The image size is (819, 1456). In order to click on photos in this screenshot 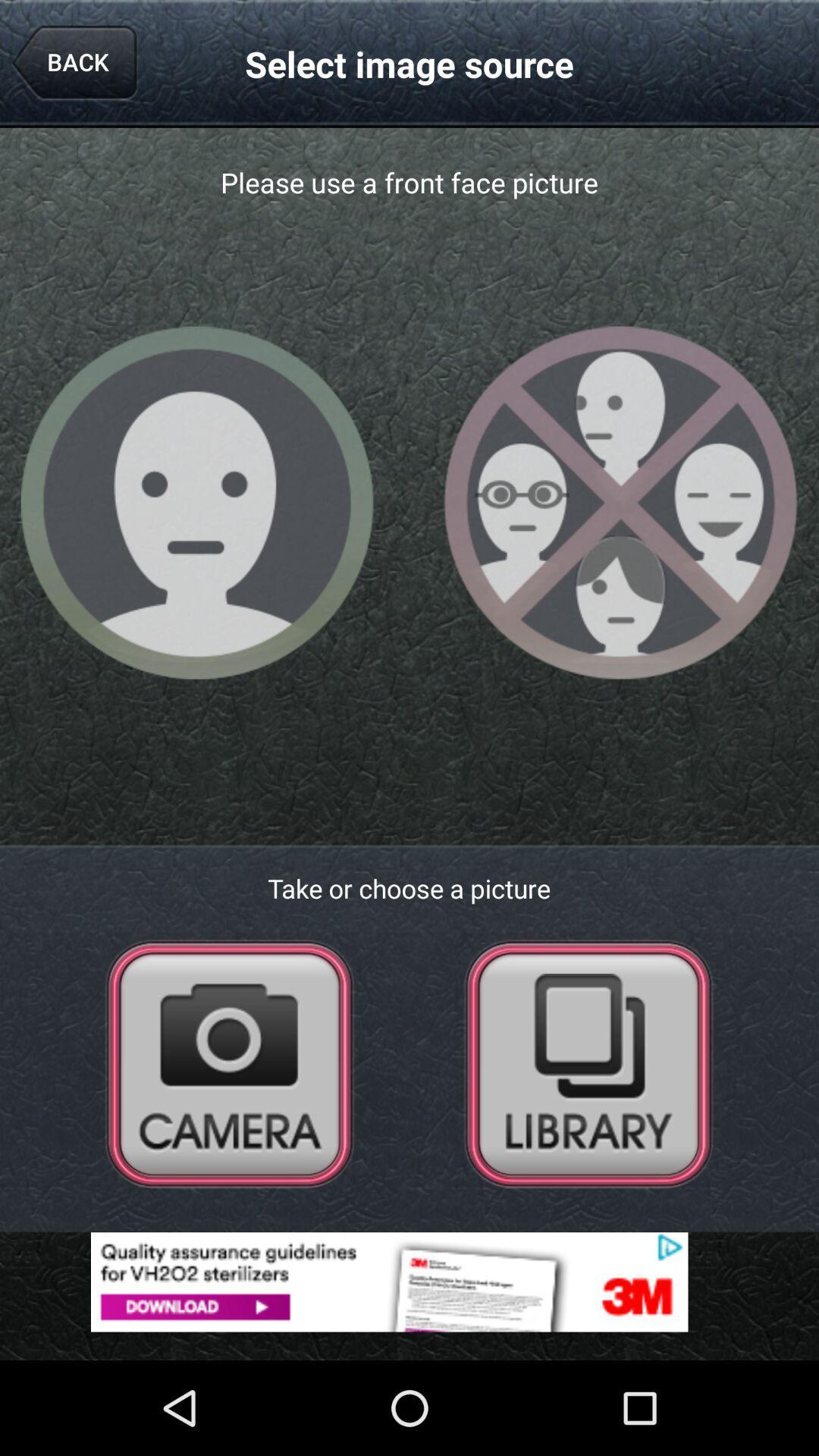, I will do `click(588, 1062)`.